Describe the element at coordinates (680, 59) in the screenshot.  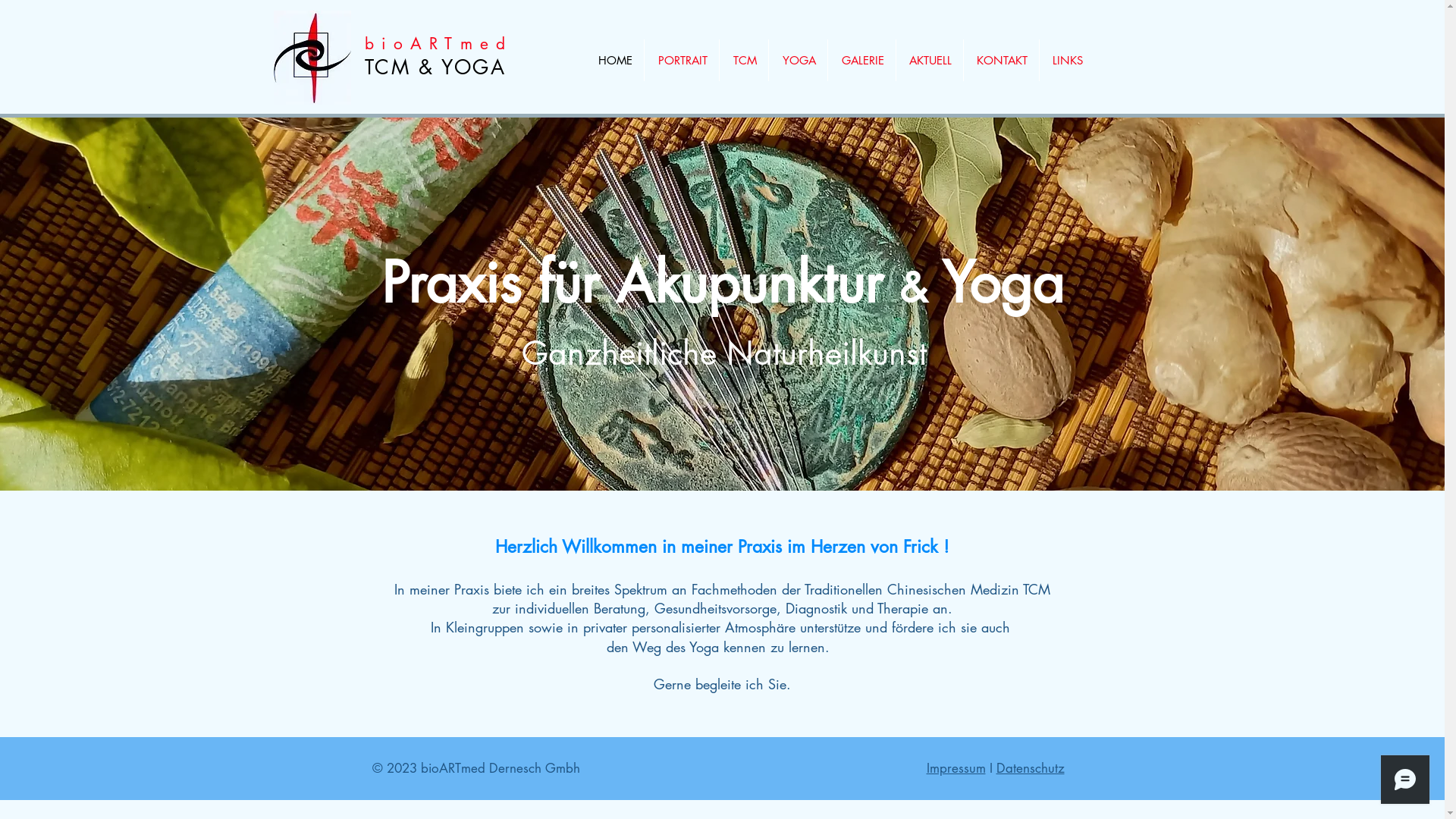
I see `'PORTRAIT'` at that location.